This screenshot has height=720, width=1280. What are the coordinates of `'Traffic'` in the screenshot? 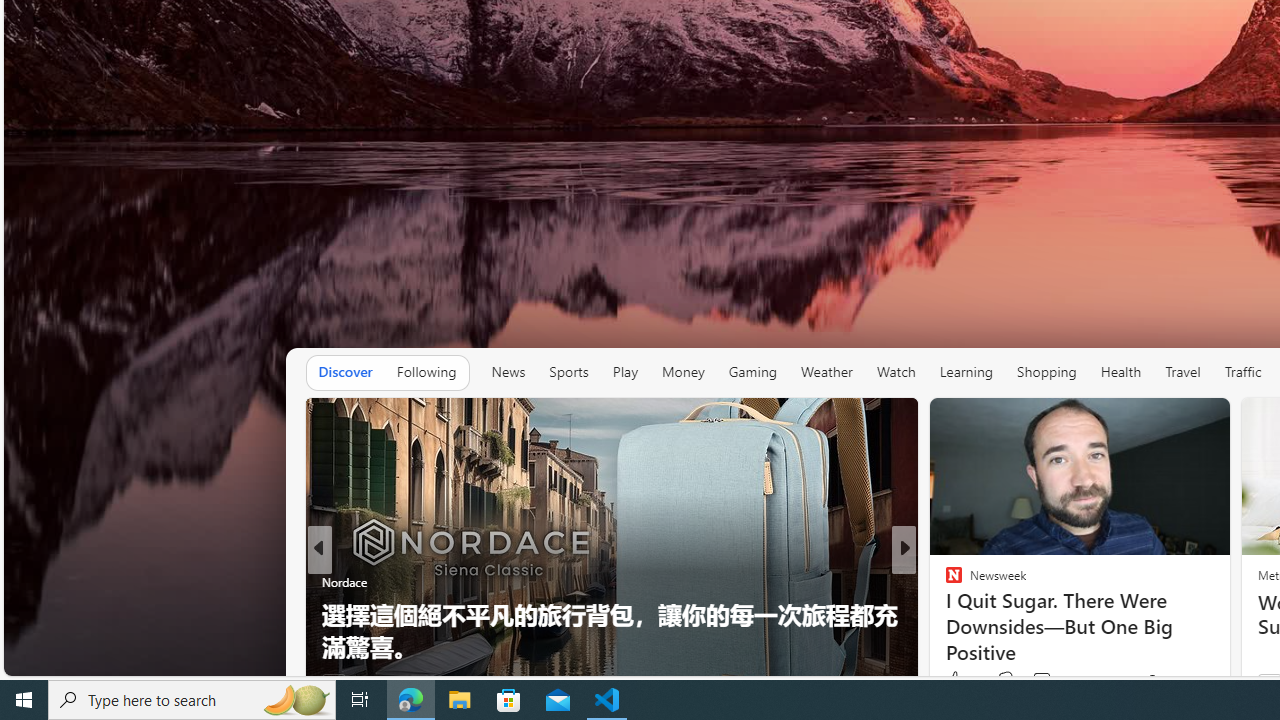 It's located at (1241, 372).